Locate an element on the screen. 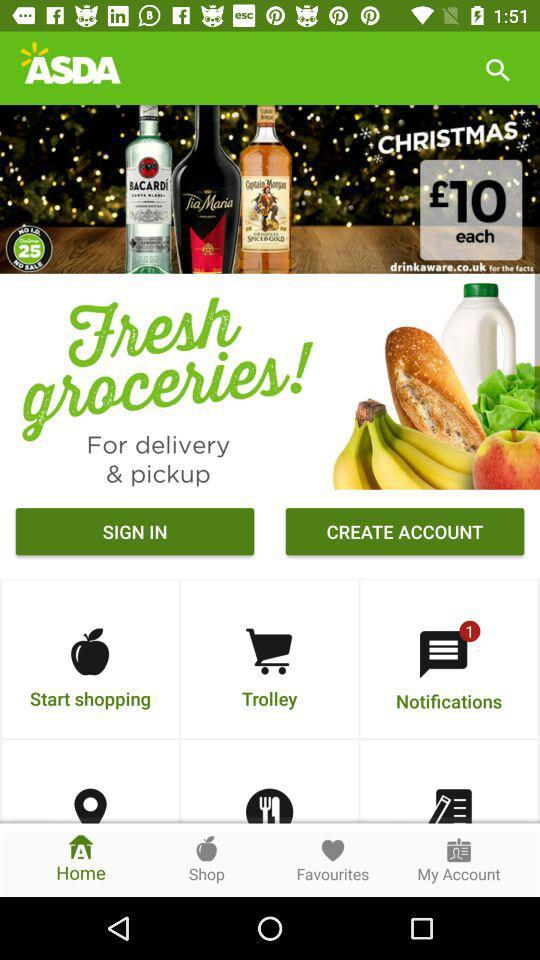 Image resolution: width=540 pixels, height=960 pixels. the apple icon under sign in is located at coordinates (89, 651).